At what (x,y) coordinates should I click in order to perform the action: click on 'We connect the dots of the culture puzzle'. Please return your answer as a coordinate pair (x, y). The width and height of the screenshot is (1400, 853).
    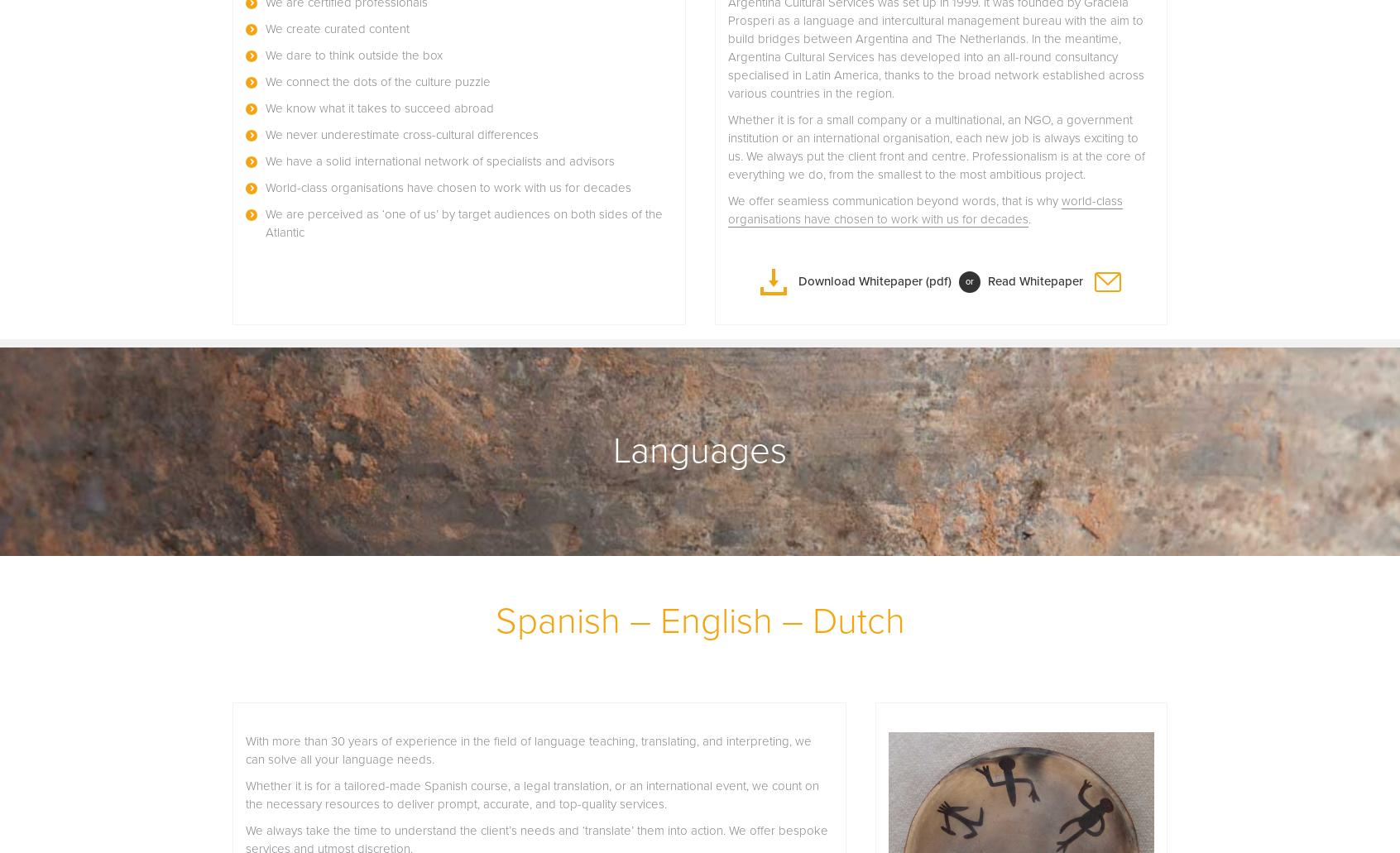
    Looking at the image, I should click on (377, 81).